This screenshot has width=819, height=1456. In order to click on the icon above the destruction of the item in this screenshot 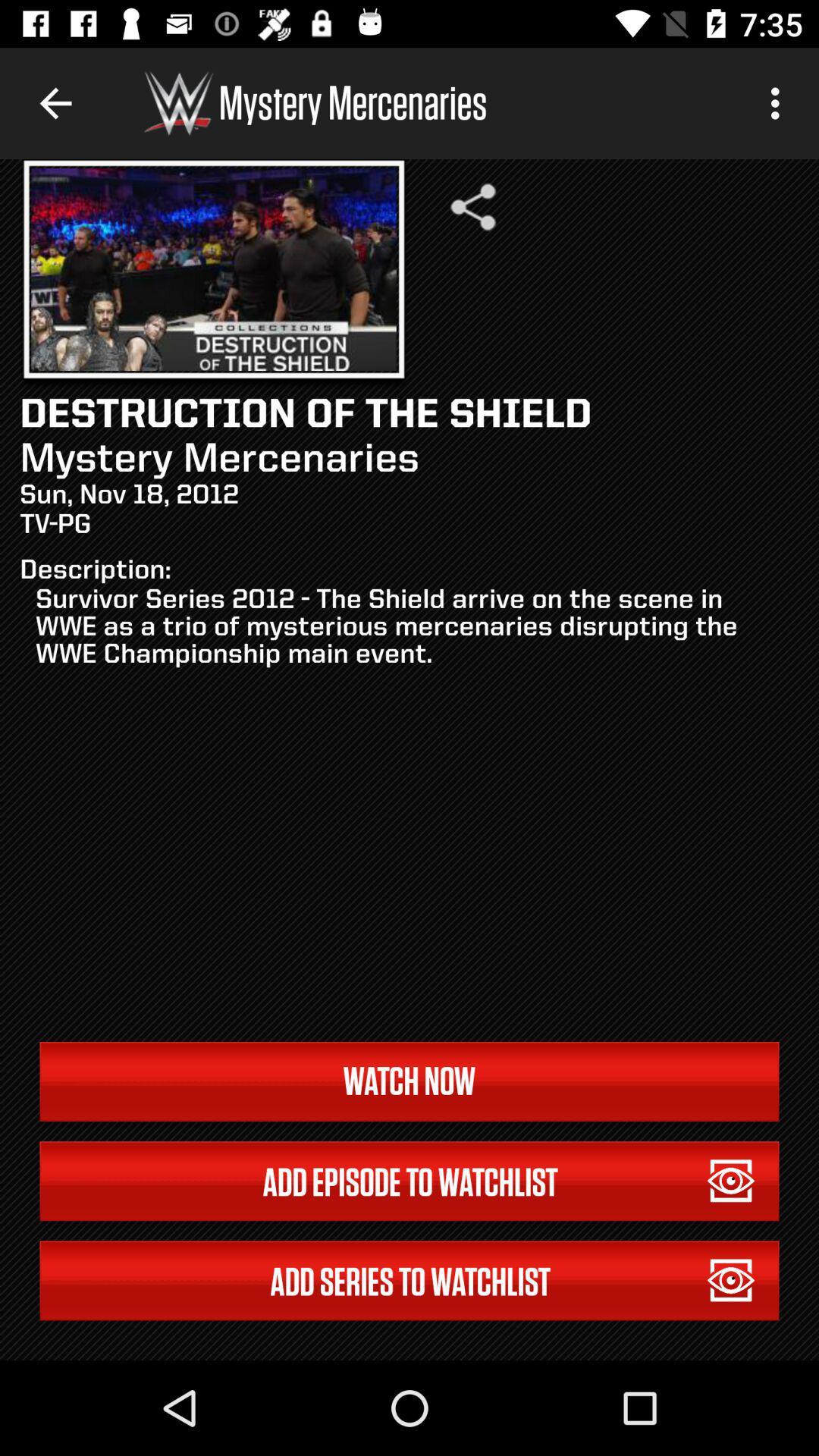, I will do `click(472, 206)`.